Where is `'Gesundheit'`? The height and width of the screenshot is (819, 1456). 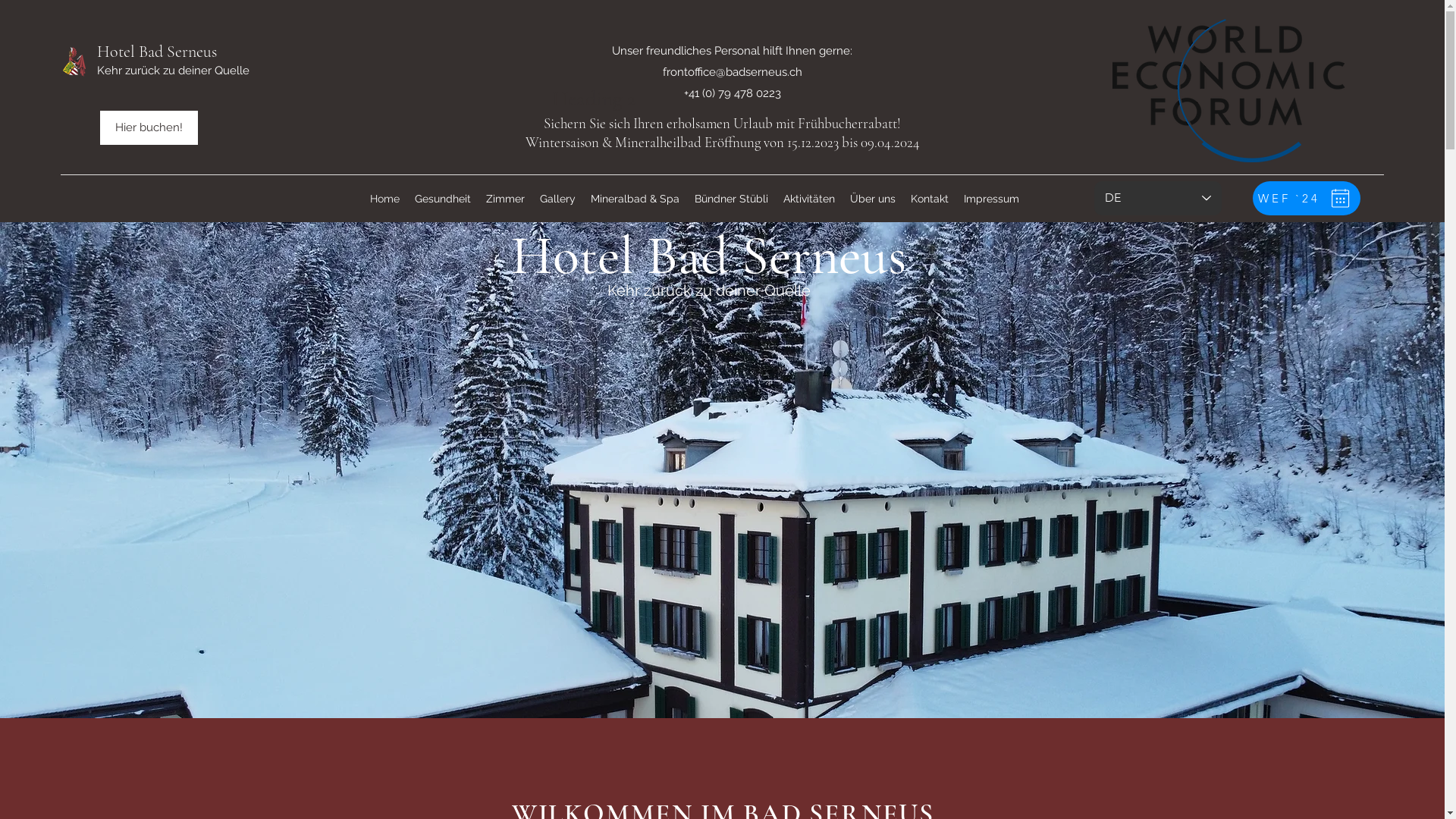
'Gesundheit' is located at coordinates (406, 198).